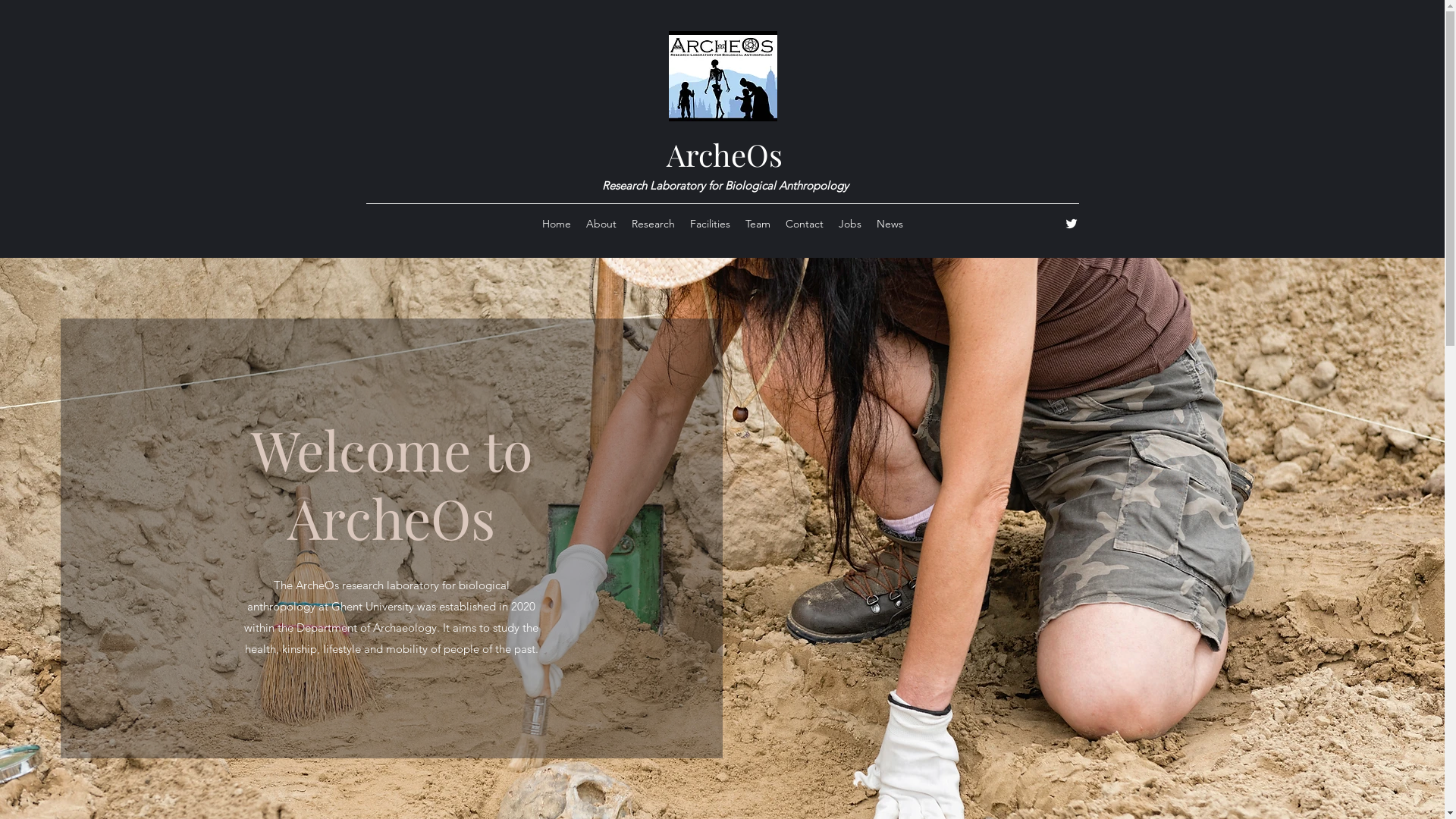 This screenshot has width=1456, height=819. What do you see at coordinates (555, 223) in the screenshot?
I see `'Home'` at bounding box center [555, 223].